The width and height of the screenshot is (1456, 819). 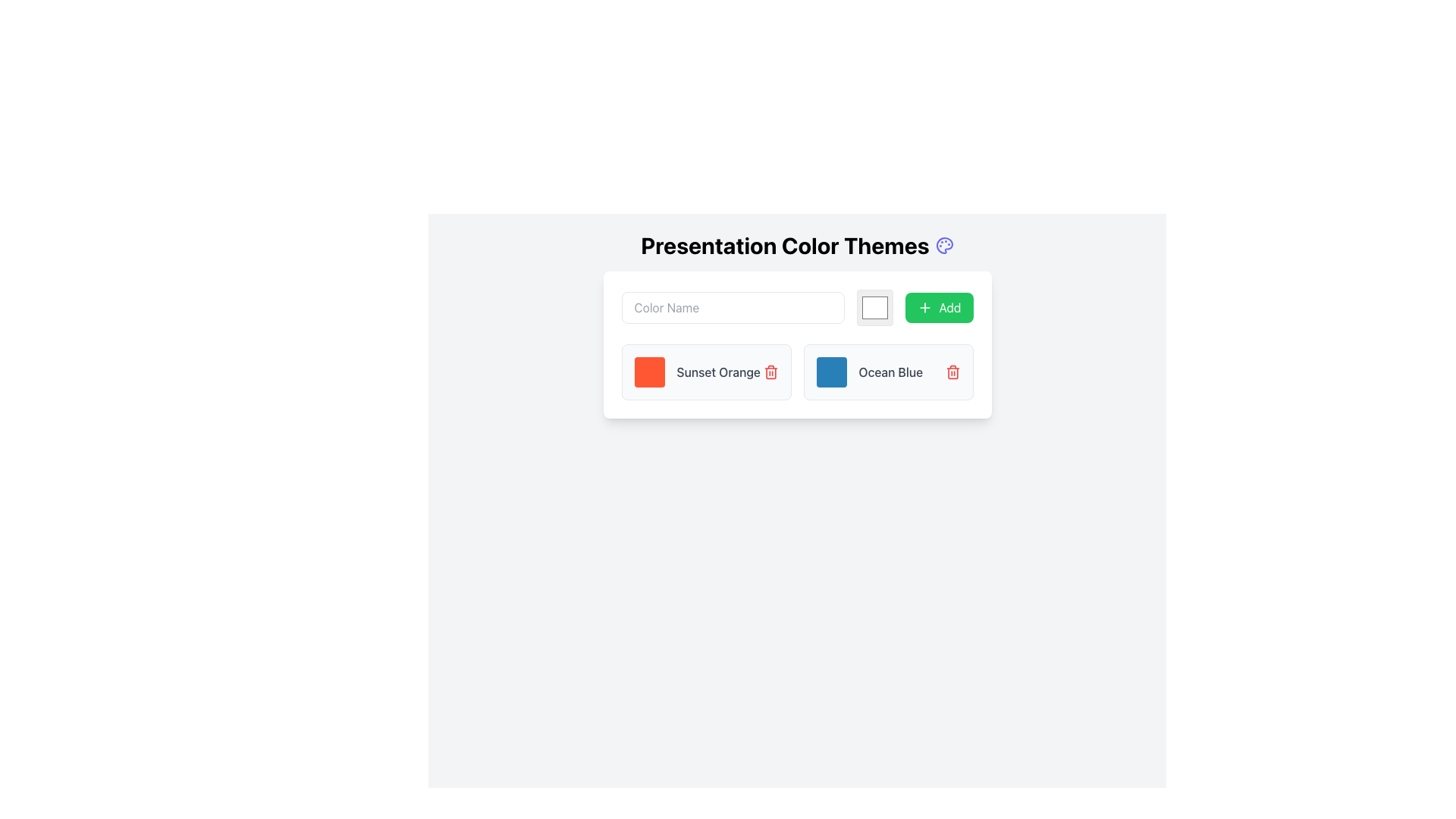 What do you see at coordinates (943, 245) in the screenshot?
I see `the decorative icon in the top-right corner of the 'Presentation Color Themes' header section, which visually represents the section's theme of colors or design palettes` at bounding box center [943, 245].